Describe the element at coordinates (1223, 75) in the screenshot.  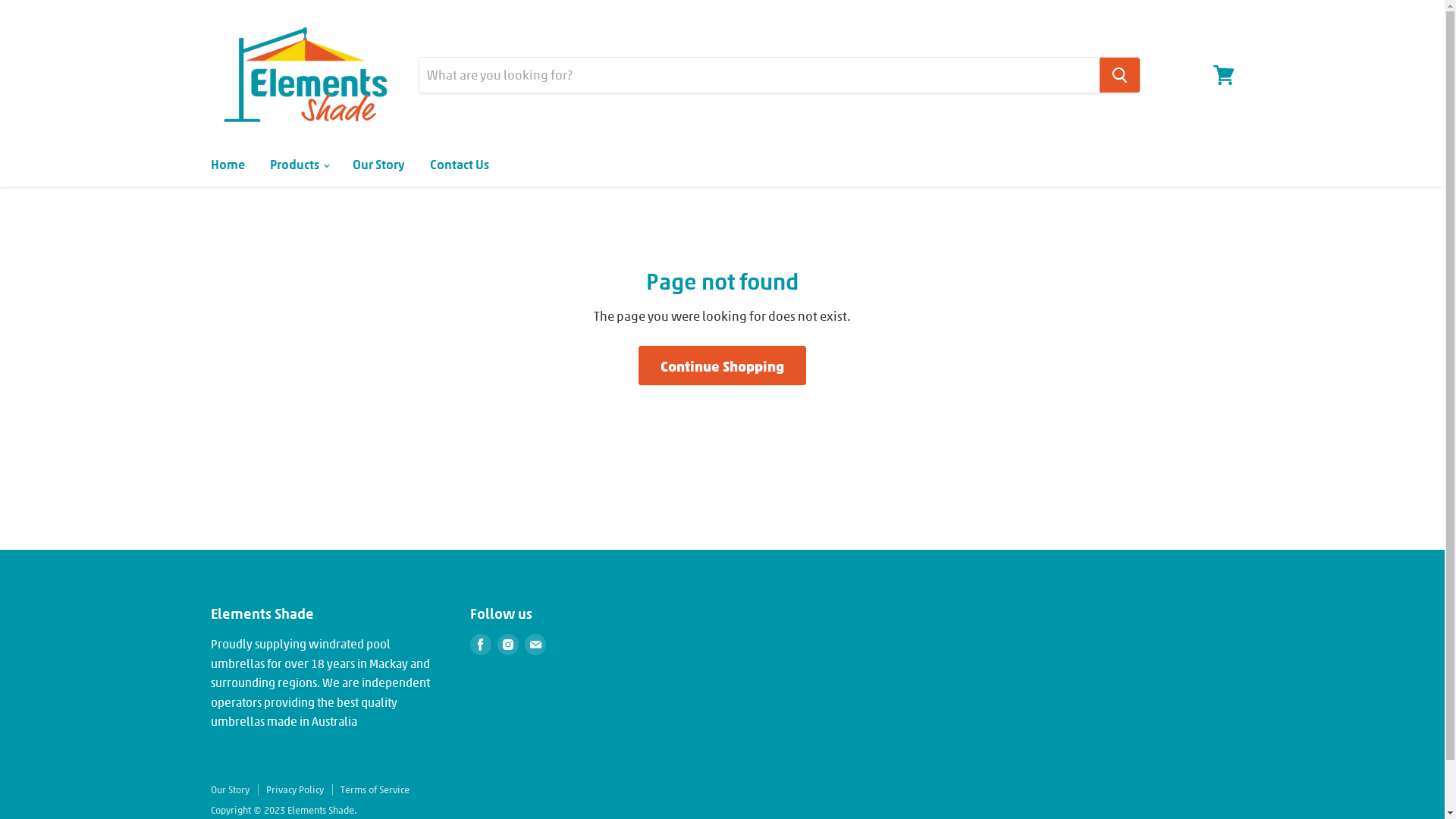
I see `'View cart'` at that location.